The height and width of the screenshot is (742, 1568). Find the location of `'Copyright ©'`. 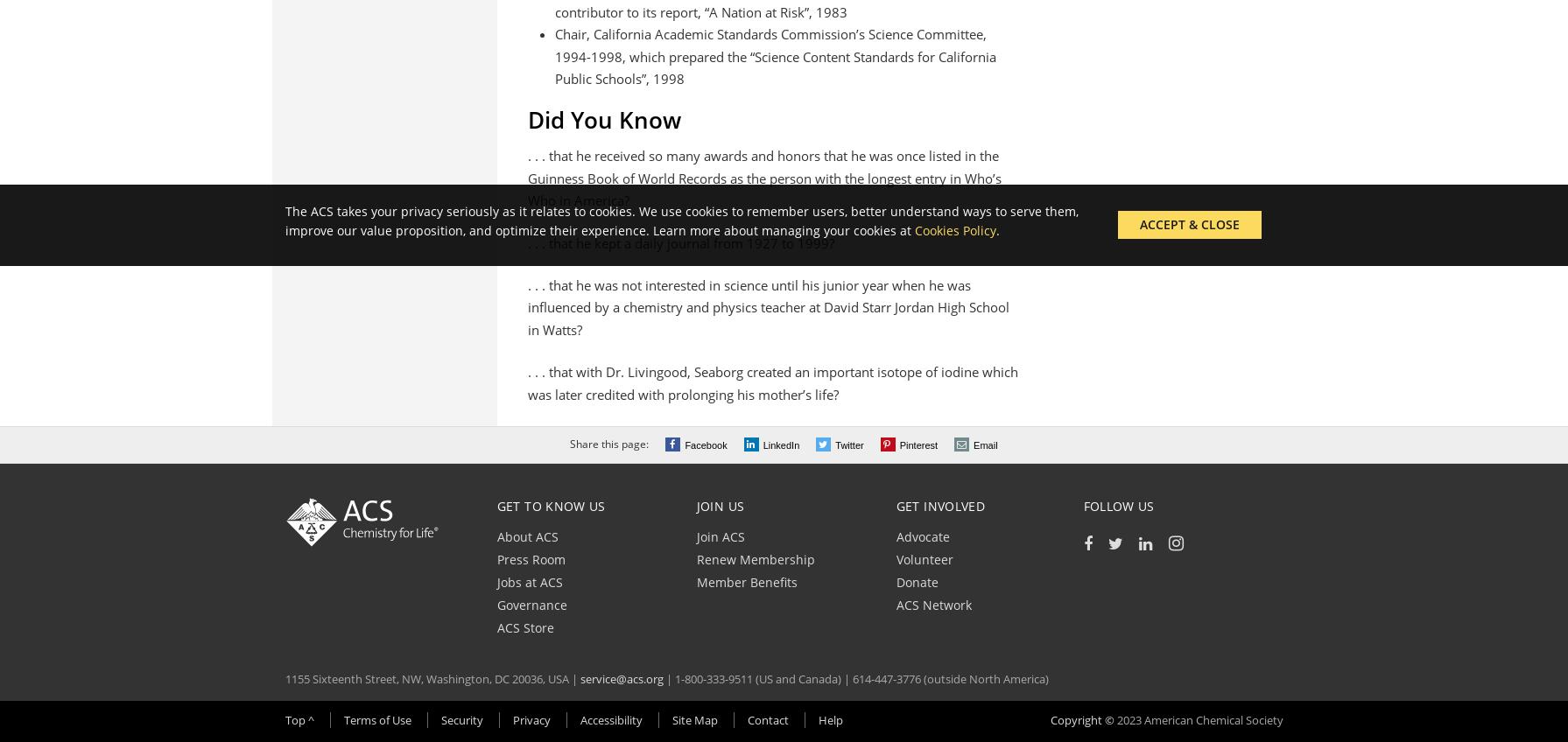

'Copyright ©' is located at coordinates (1080, 719).